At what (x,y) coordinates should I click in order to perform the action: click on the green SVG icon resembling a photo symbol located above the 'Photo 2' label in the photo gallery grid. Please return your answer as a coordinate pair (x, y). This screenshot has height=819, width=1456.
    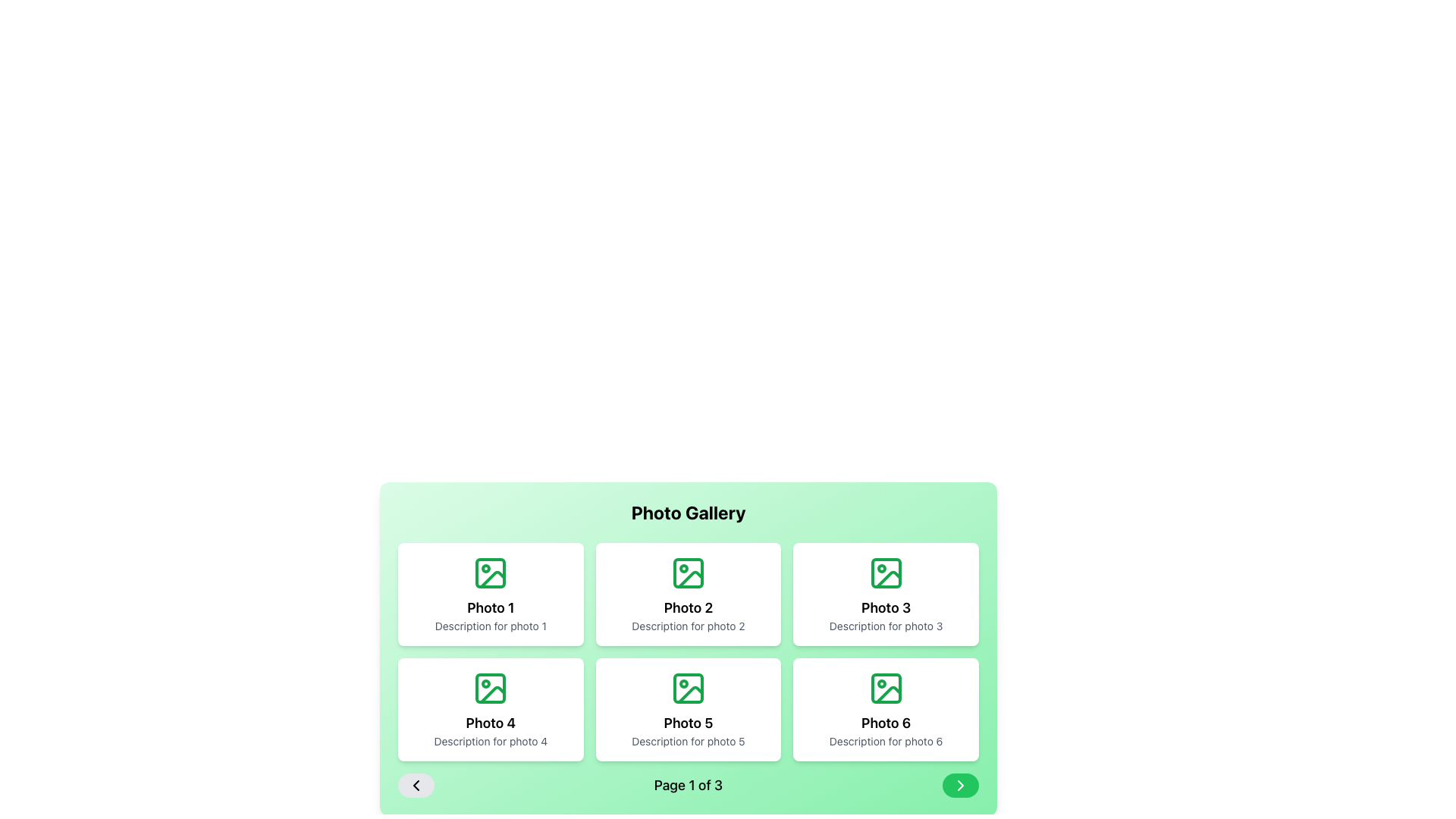
    Looking at the image, I should click on (687, 573).